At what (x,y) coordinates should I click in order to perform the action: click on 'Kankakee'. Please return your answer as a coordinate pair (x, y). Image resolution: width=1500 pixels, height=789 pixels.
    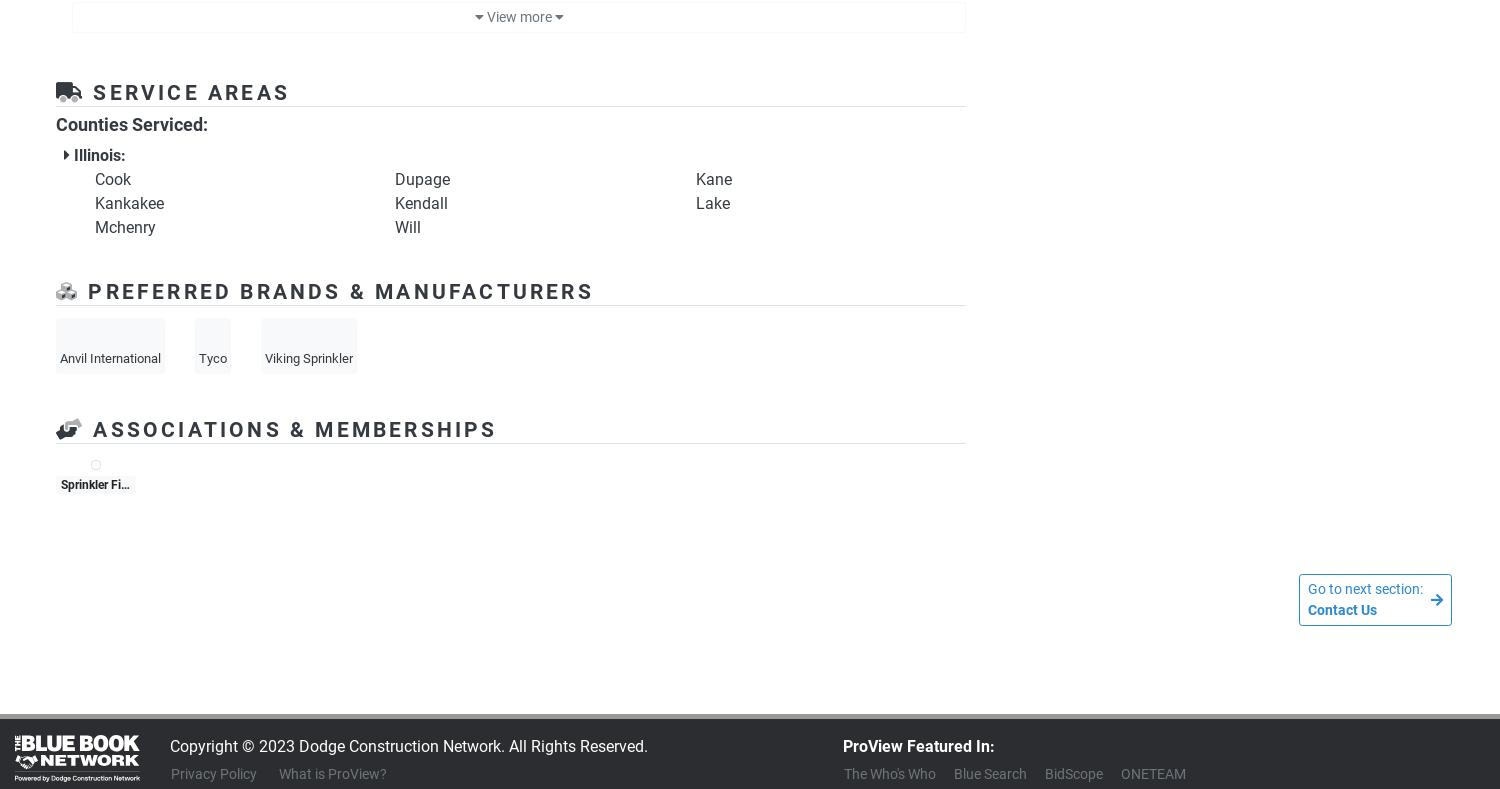
    Looking at the image, I should click on (129, 202).